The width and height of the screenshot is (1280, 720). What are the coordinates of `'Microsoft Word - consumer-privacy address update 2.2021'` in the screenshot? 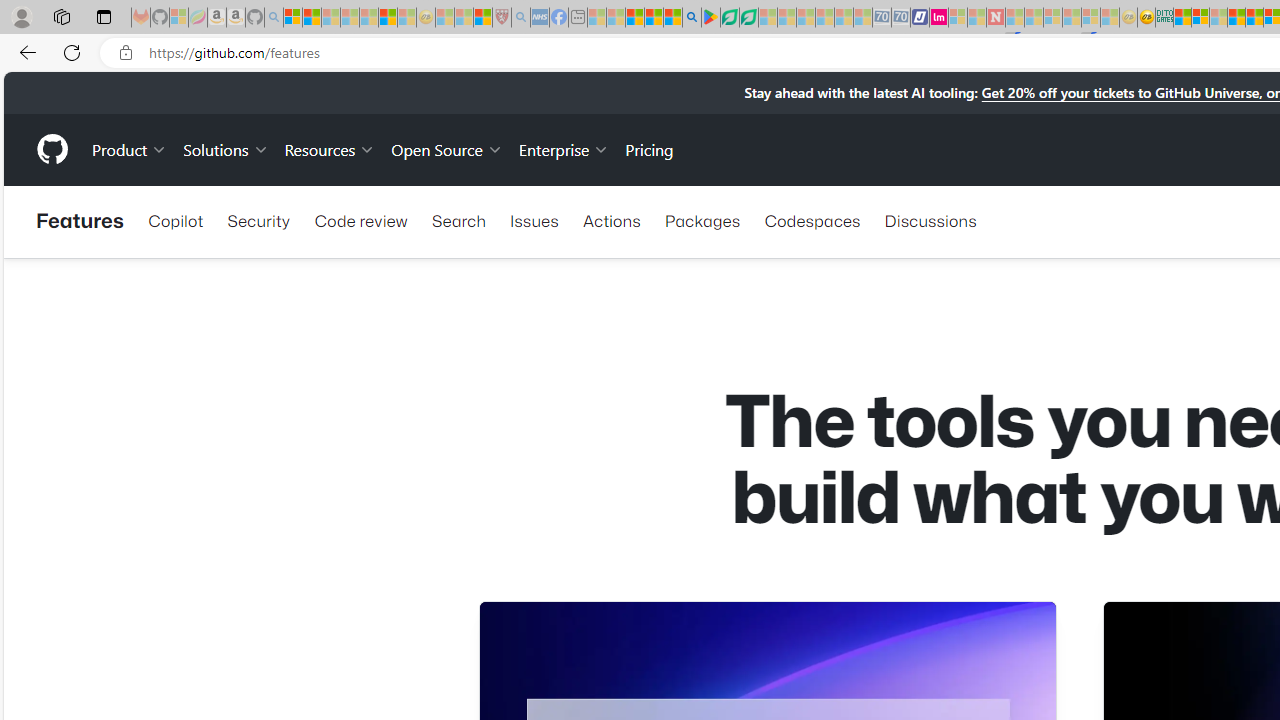 It's located at (747, 17).